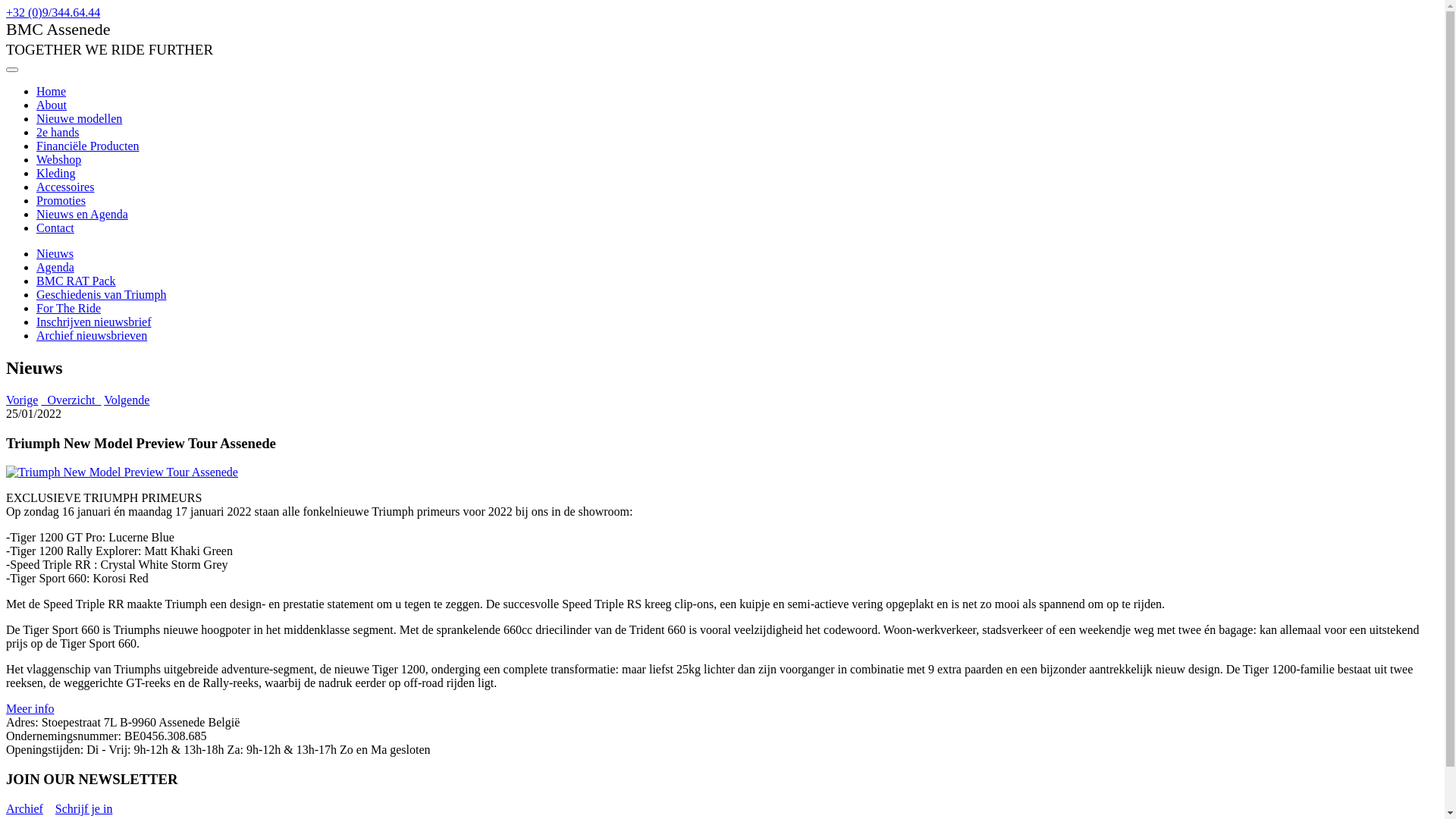  What do you see at coordinates (21, 399) in the screenshot?
I see `'Vorige'` at bounding box center [21, 399].